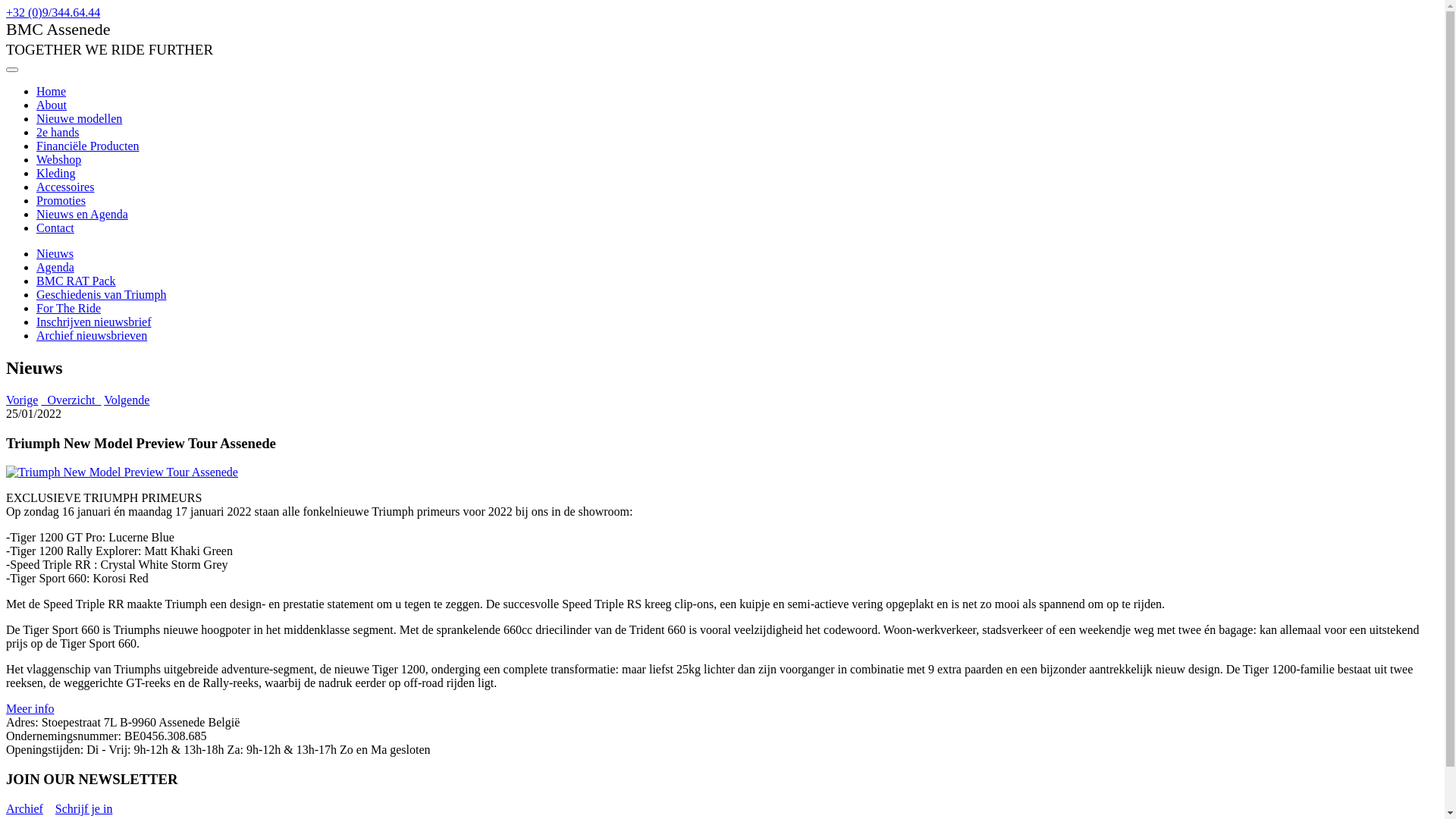  What do you see at coordinates (21, 399) in the screenshot?
I see `'Vorige'` at bounding box center [21, 399].